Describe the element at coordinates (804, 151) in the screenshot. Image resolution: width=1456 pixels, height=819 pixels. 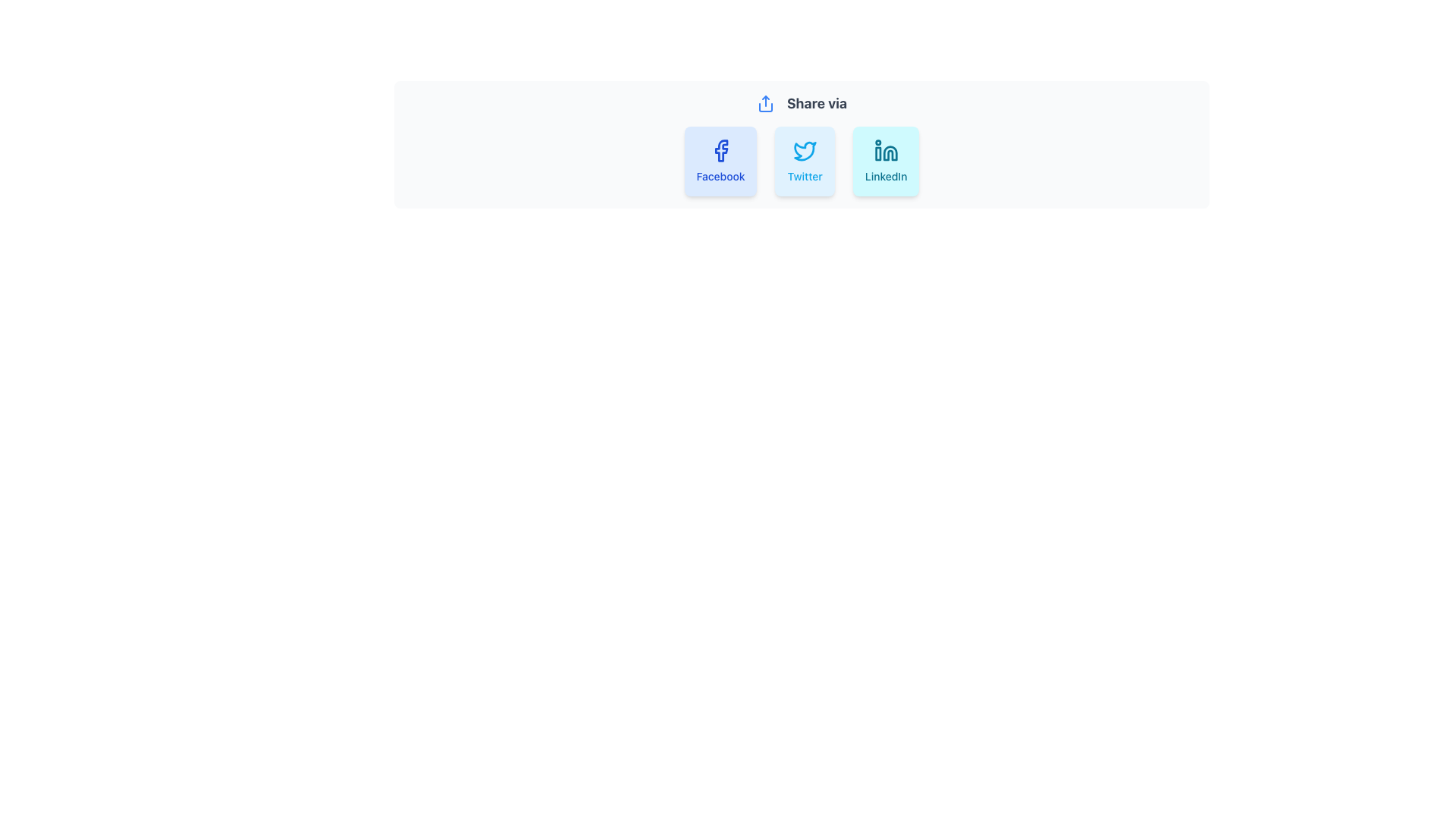
I see `the Twitter icon button, which is part of a three-button sequence under the 'Share via' heading` at that location.